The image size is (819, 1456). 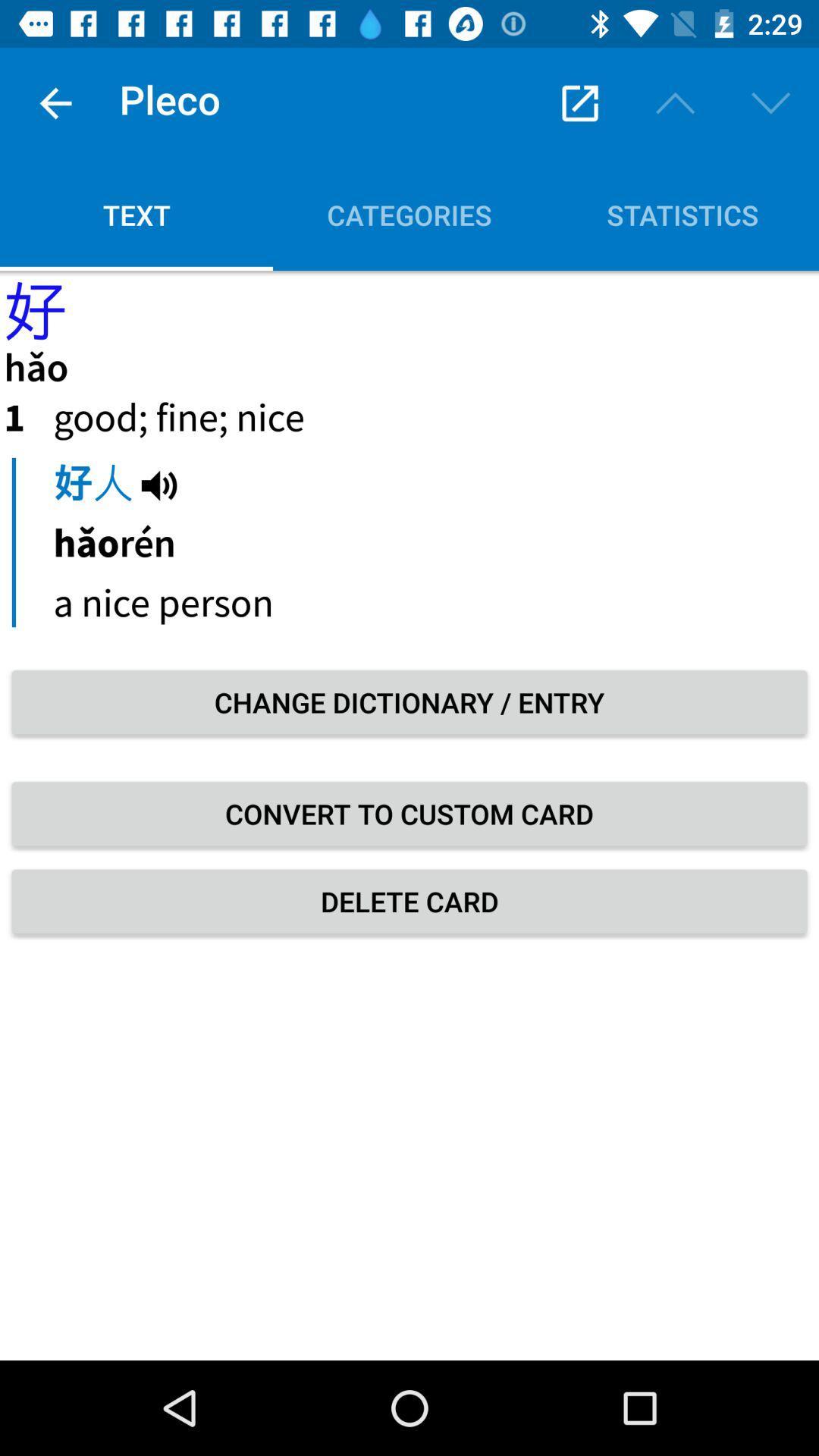 I want to click on icon above the convert to custom icon, so click(x=409, y=701).